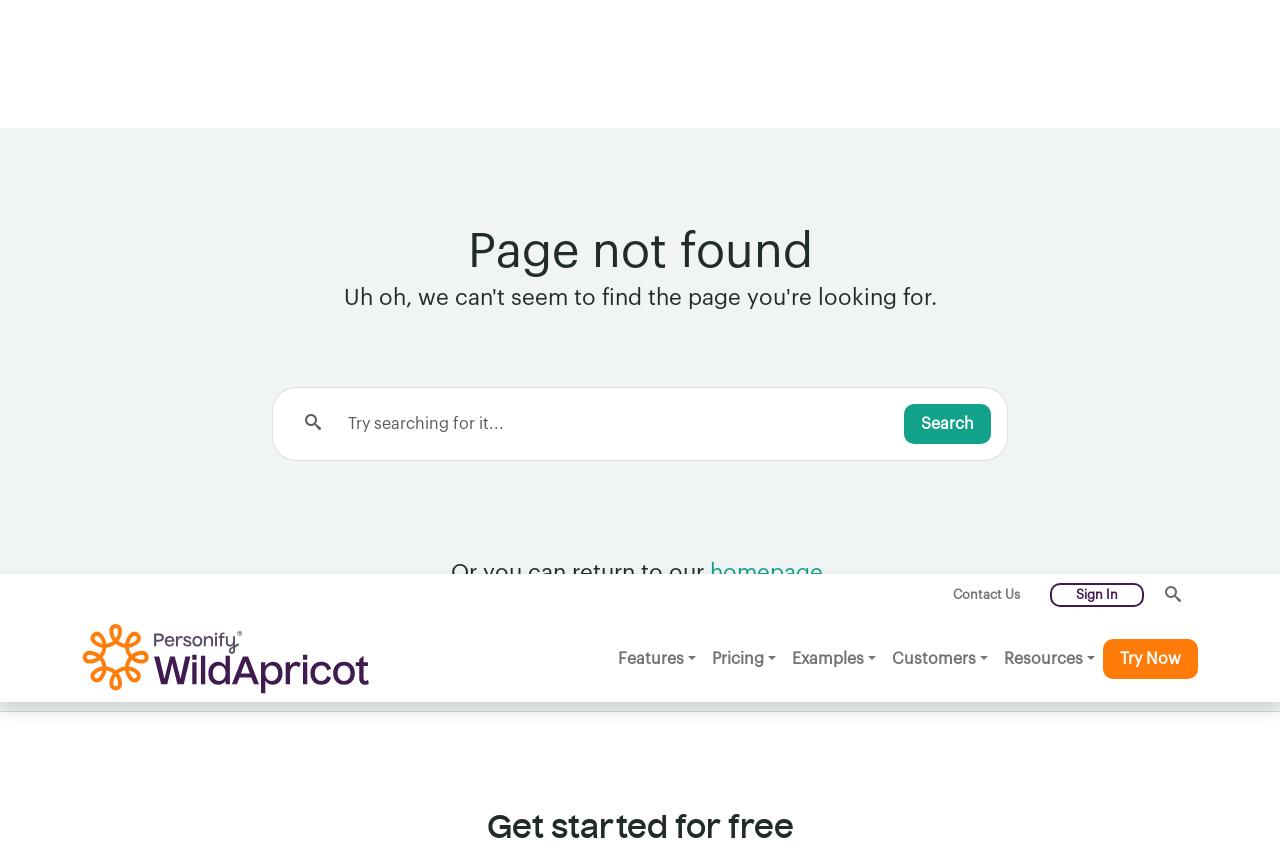 This screenshot has height=852, width=1280. Describe the element at coordinates (358, 716) in the screenshot. I see `'Volunteerism'` at that location.